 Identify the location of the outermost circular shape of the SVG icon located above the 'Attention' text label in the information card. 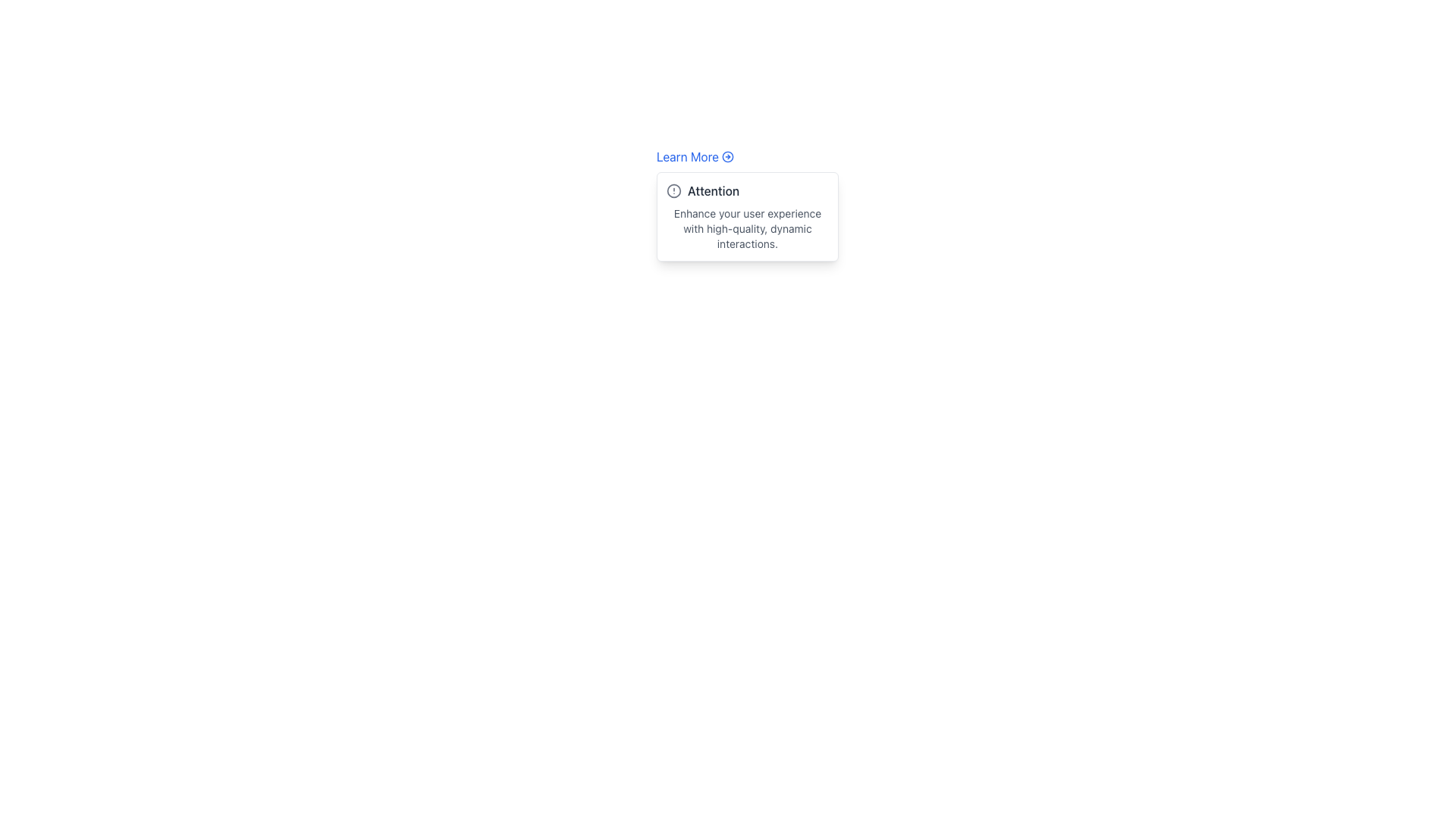
(673, 190).